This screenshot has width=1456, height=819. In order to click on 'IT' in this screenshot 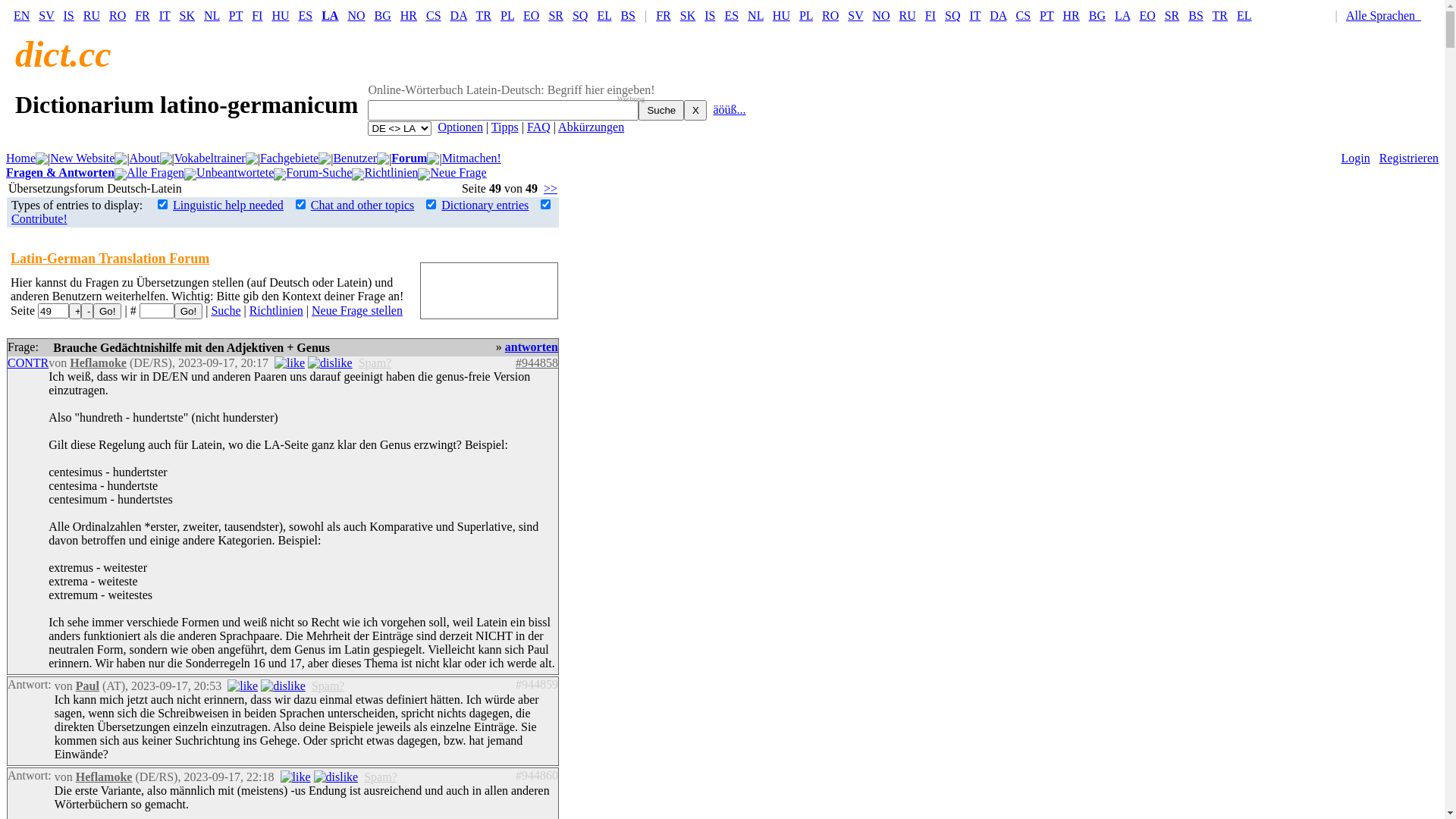, I will do `click(974, 15)`.